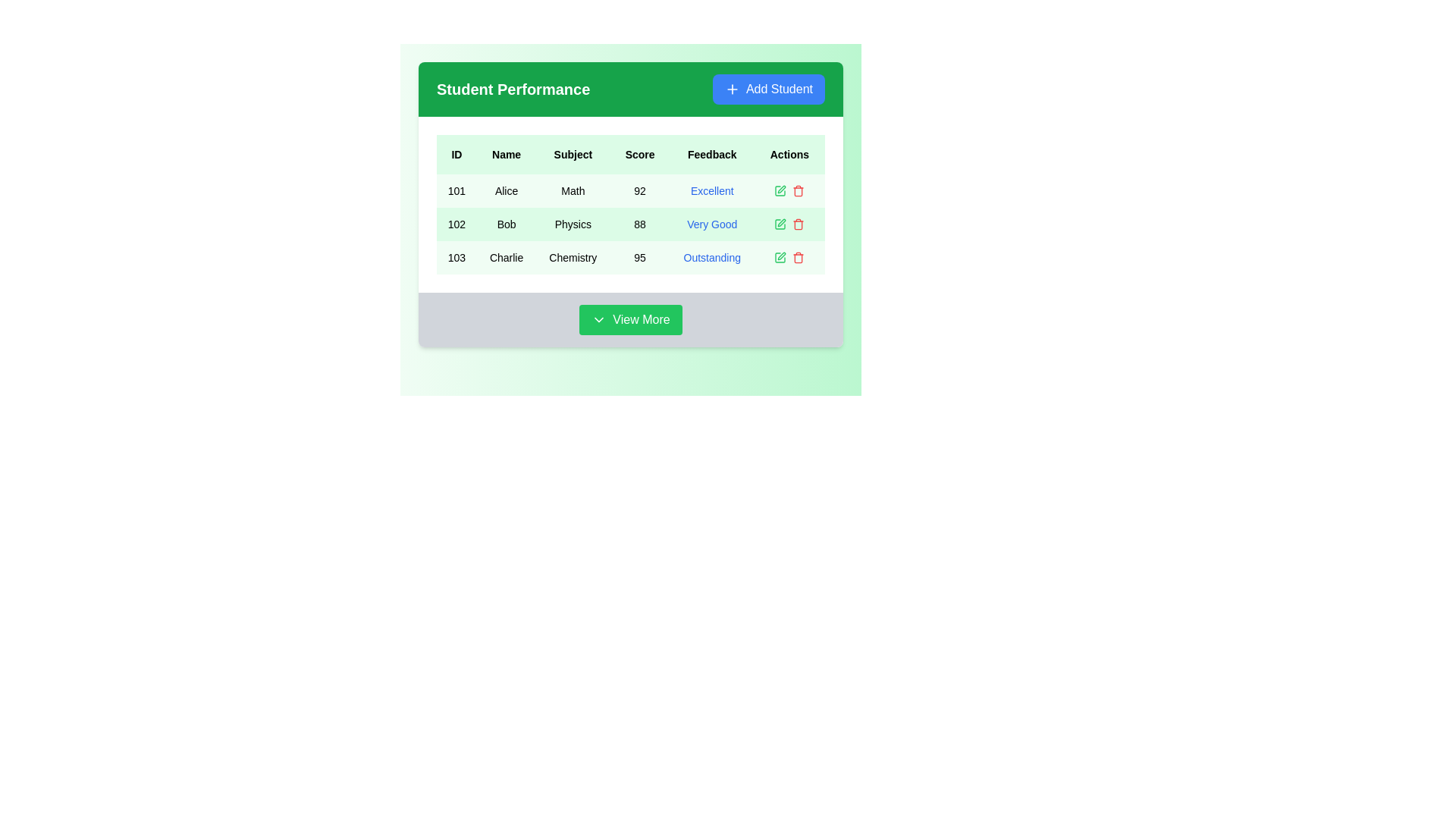  Describe the element at coordinates (507, 224) in the screenshot. I see `the static text content 'Bob' located in the second row of the table under the 'Name' column` at that location.